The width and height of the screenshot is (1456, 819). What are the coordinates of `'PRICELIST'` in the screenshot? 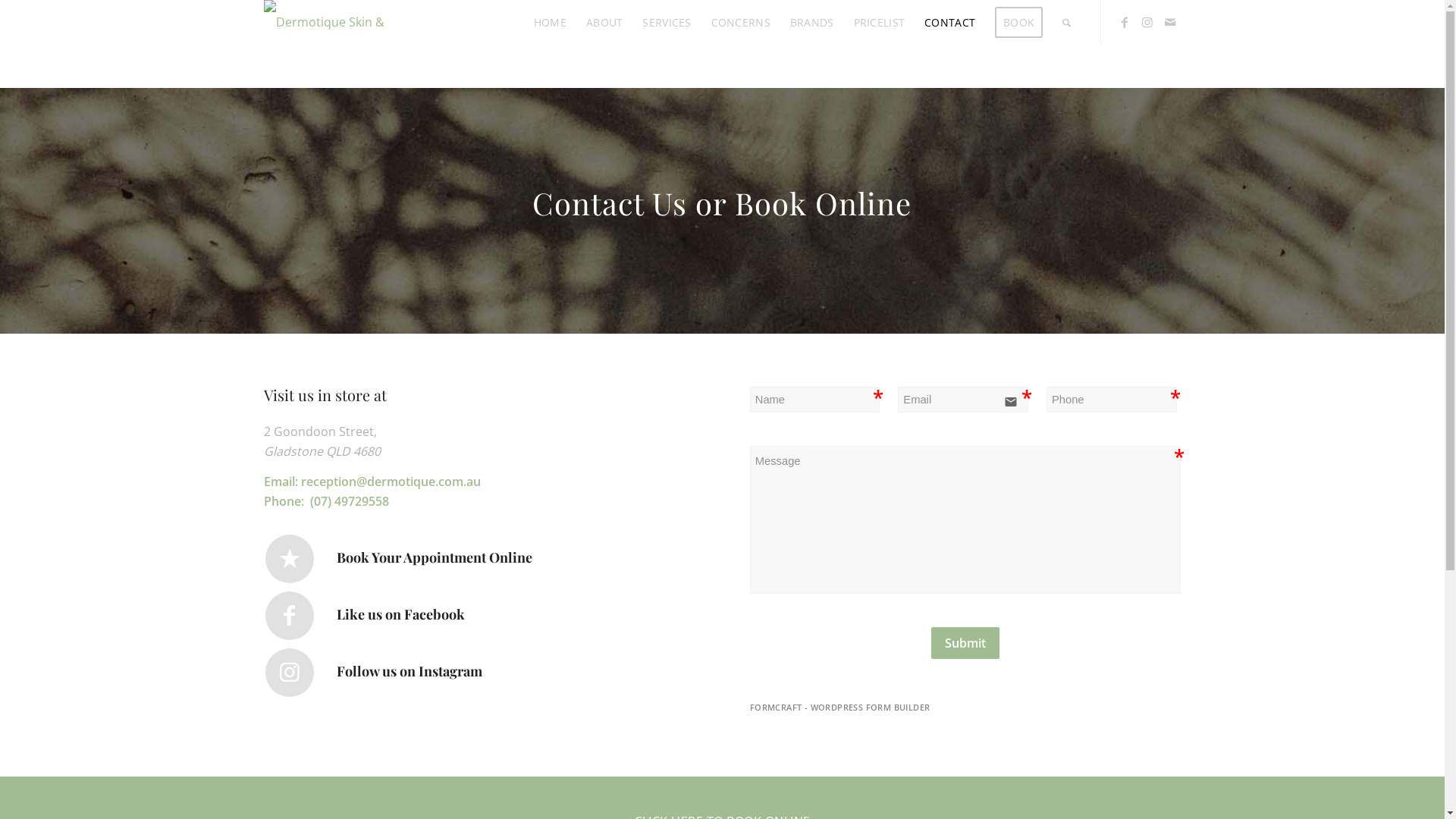 It's located at (880, 22).